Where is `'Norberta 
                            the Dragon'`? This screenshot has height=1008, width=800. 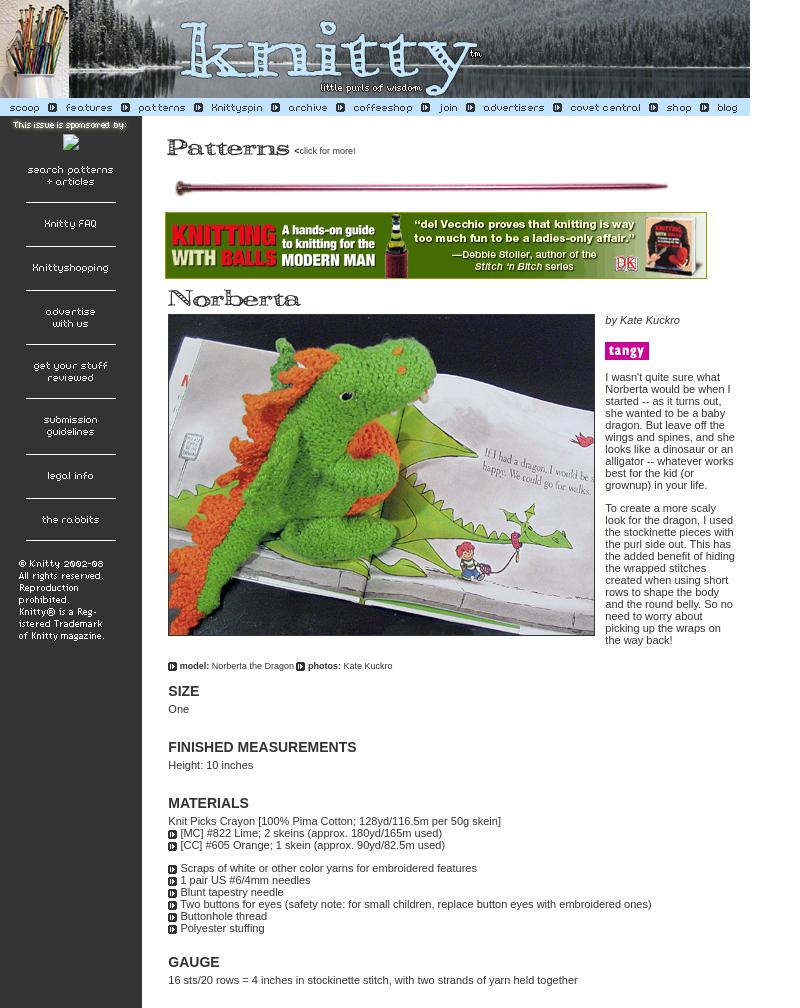 'Norberta 
                            the Dragon' is located at coordinates (252, 665).